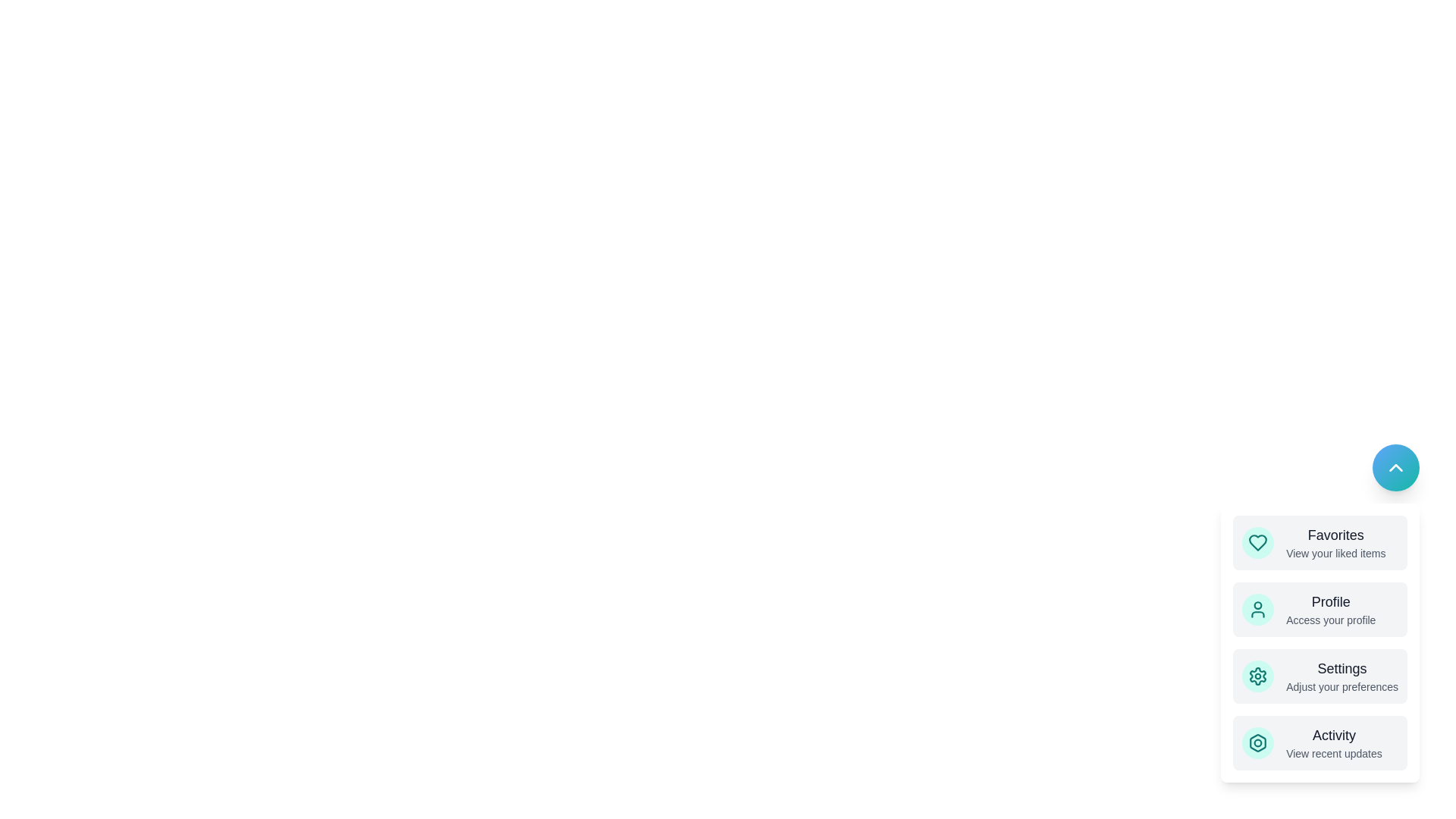 Image resolution: width=1456 pixels, height=819 pixels. Describe the element at coordinates (1319, 542) in the screenshot. I see `the menu option labeled Favorites` at that location.